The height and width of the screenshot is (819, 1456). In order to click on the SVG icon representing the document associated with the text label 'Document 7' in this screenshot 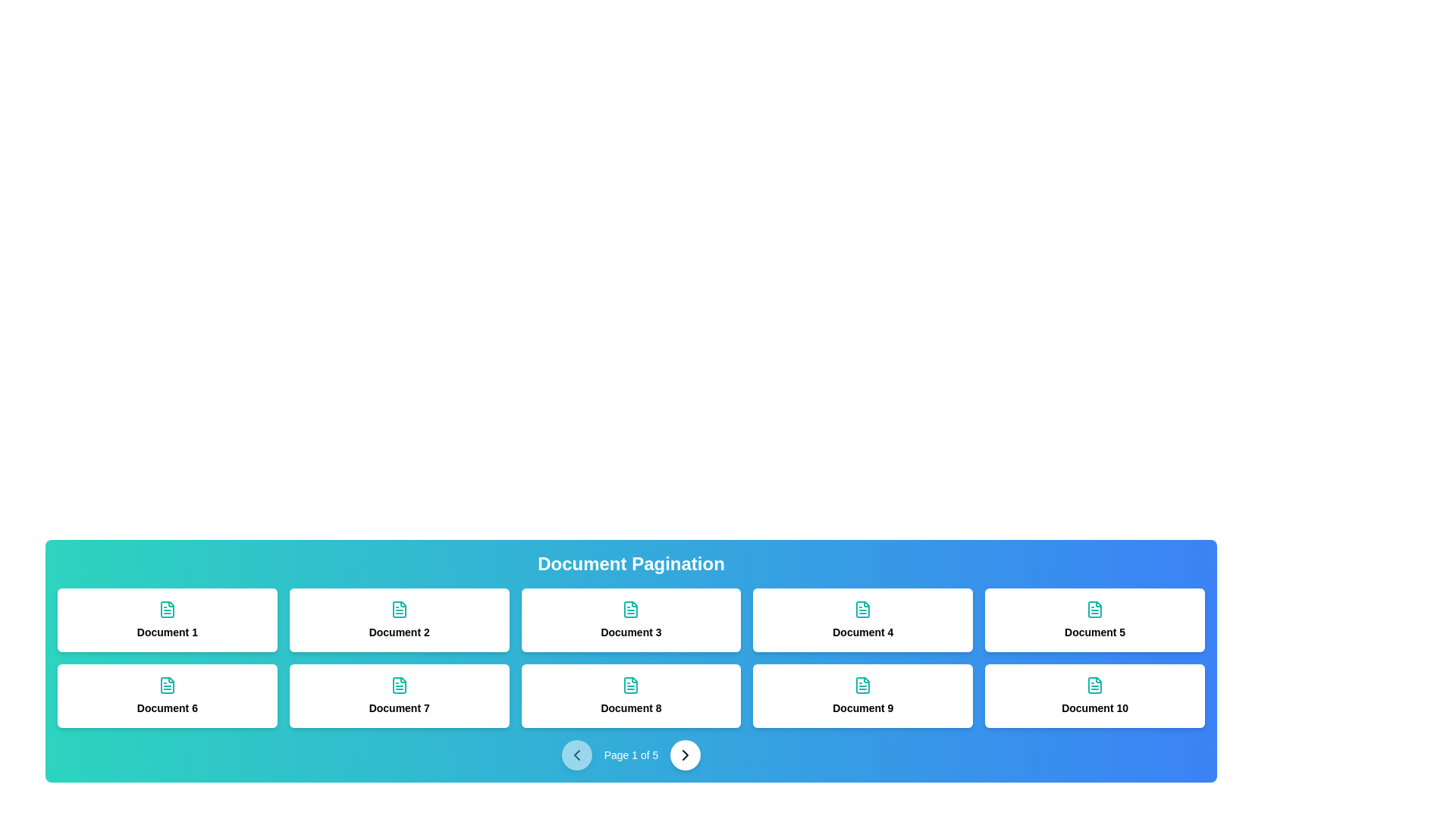, I will do `click(399, 685)`.